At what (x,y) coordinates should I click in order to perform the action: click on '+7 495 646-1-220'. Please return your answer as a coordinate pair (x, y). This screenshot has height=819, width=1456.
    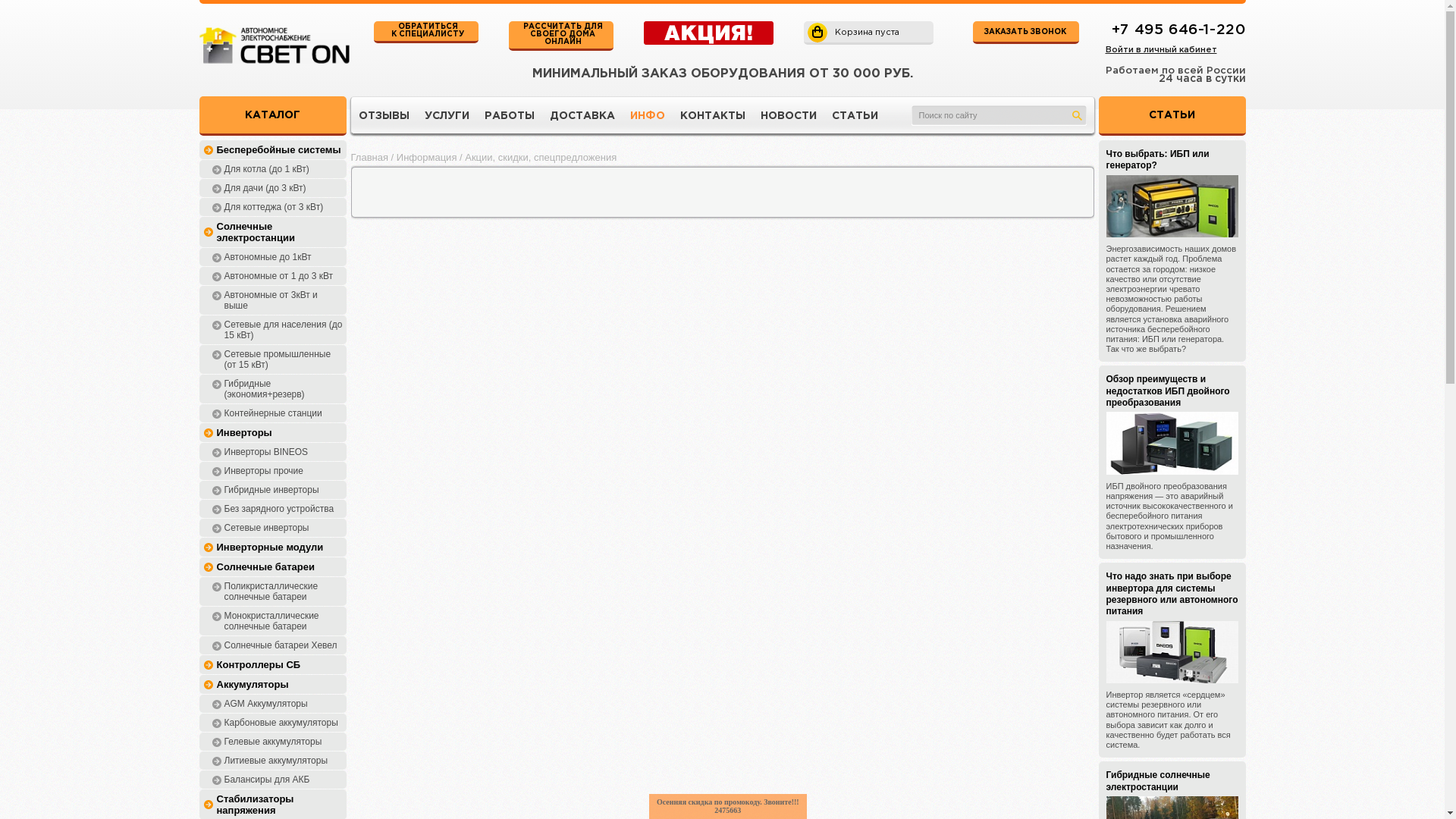
    Looking at the image, I should click on (1178, 30).